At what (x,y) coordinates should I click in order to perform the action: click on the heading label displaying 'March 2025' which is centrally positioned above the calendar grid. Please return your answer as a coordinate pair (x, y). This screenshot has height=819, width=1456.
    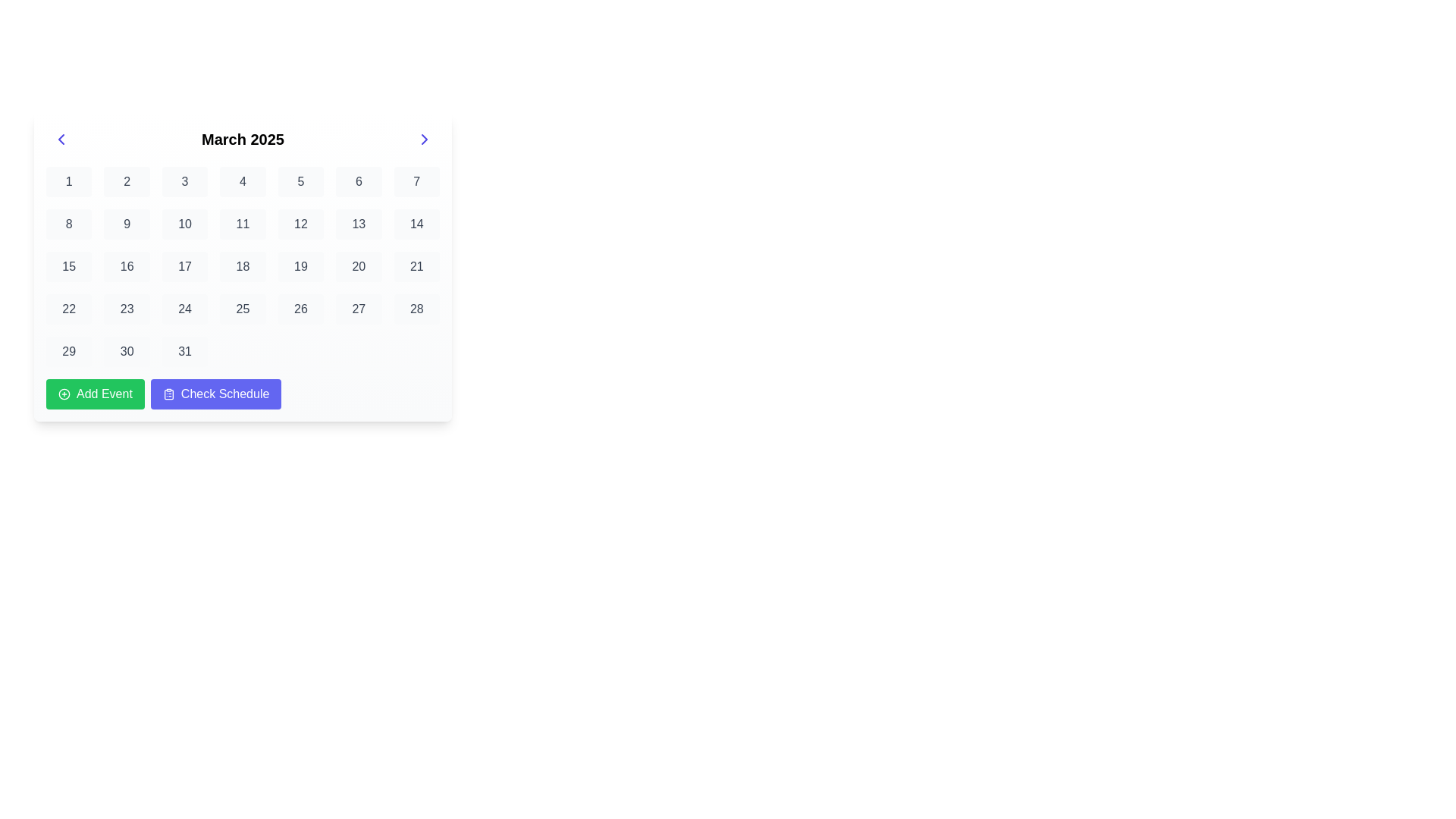
    Looking at the image, I should click on (243, 140).